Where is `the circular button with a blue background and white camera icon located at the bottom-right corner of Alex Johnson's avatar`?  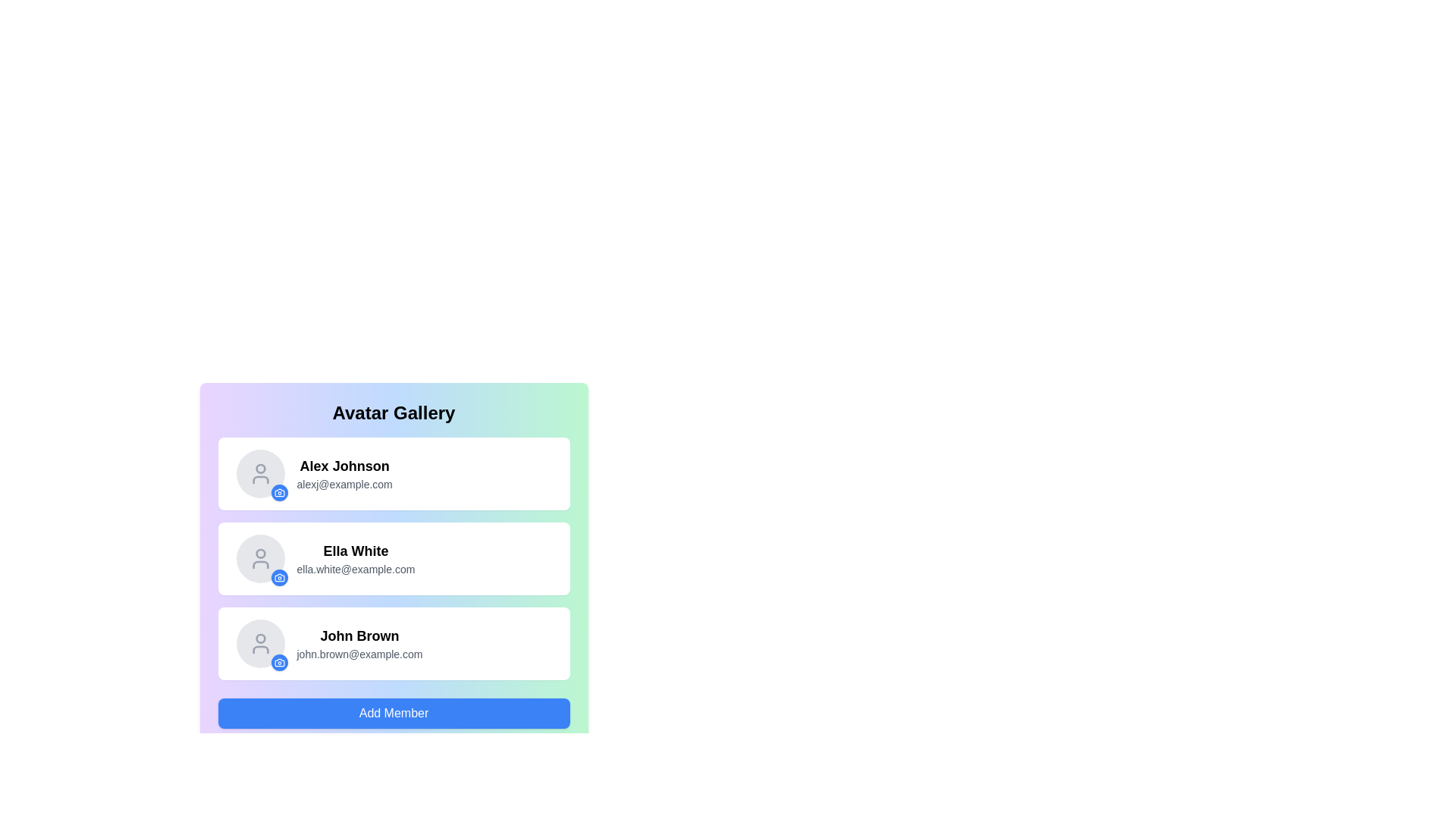 the circular button with a blue background and white camera icon located at the bottom-right corner of Alex Johnson's avatar is located at coordinates (279, 493).